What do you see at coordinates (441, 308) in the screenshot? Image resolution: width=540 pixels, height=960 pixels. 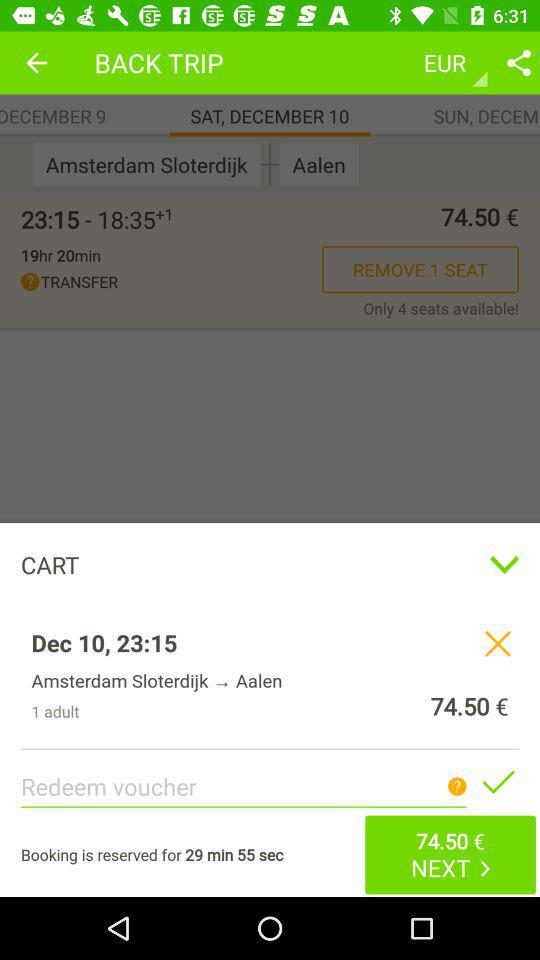 I see `icon next to transfer` at bounding box center [441, 308].